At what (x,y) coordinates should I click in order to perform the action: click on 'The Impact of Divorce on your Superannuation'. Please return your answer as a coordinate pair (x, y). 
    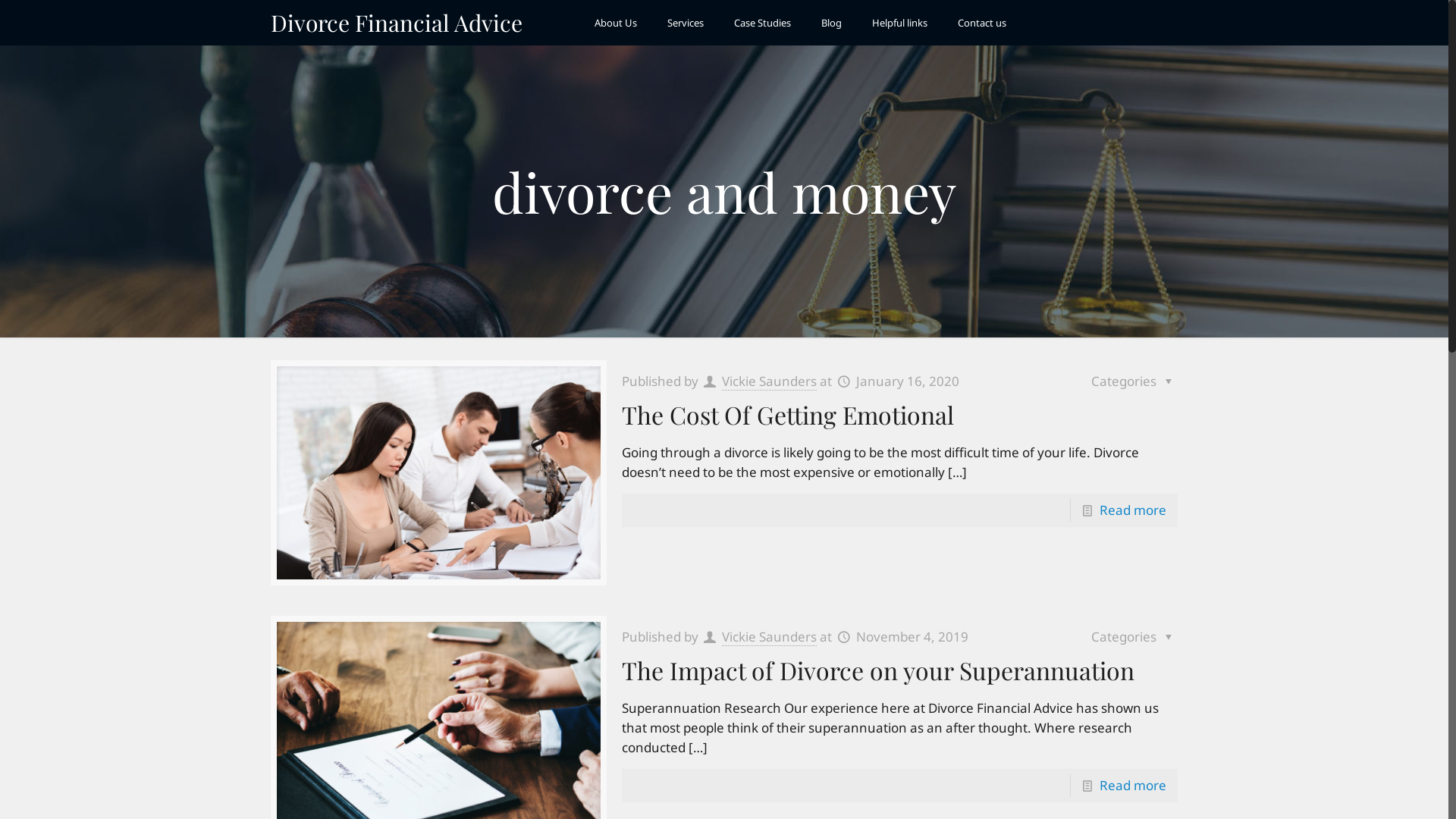
    Looking at the image, I should click on (877, 669).